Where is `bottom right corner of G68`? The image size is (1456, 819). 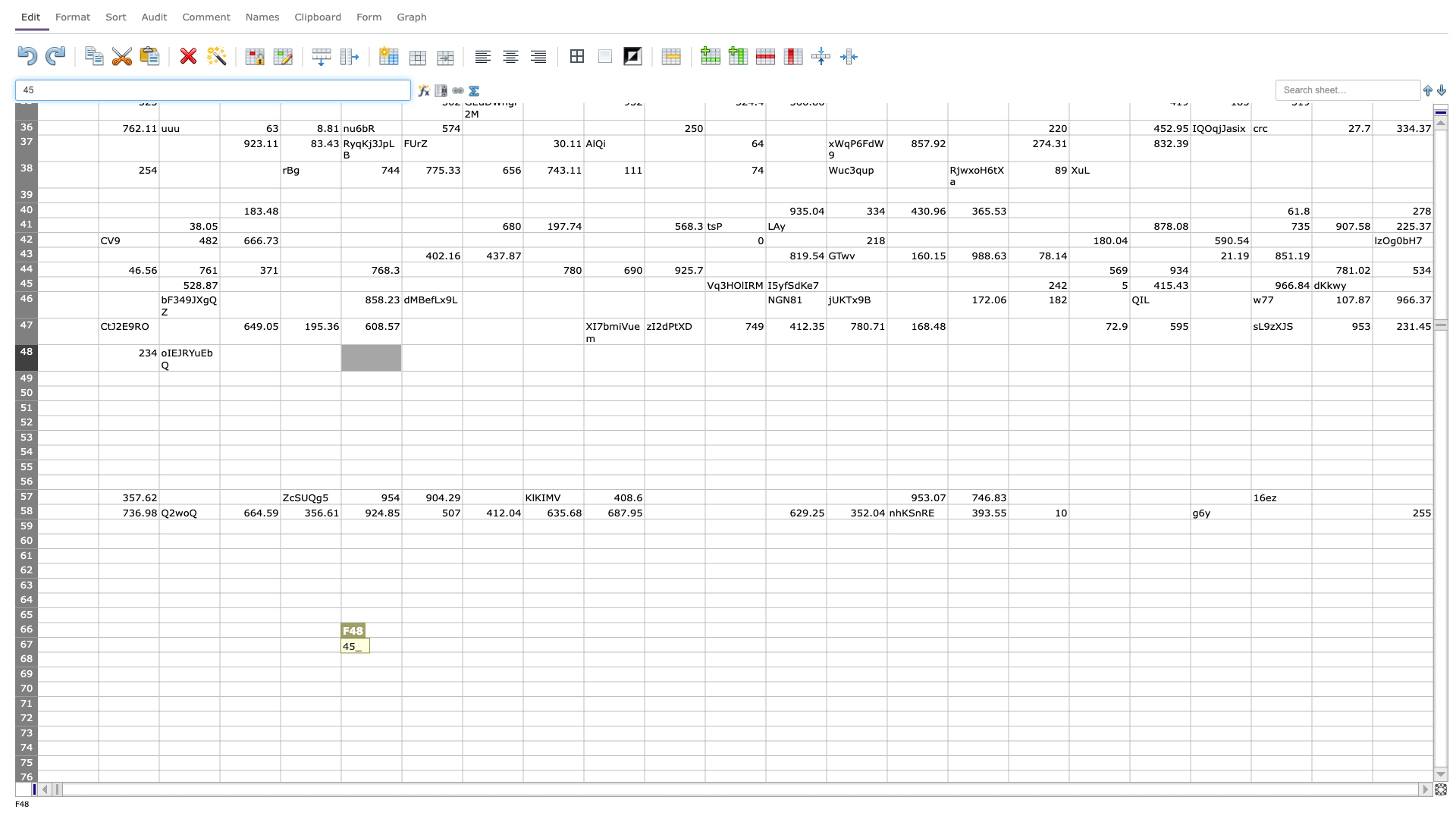 bottom right corner of G68 is located at coordinates (461, 666).